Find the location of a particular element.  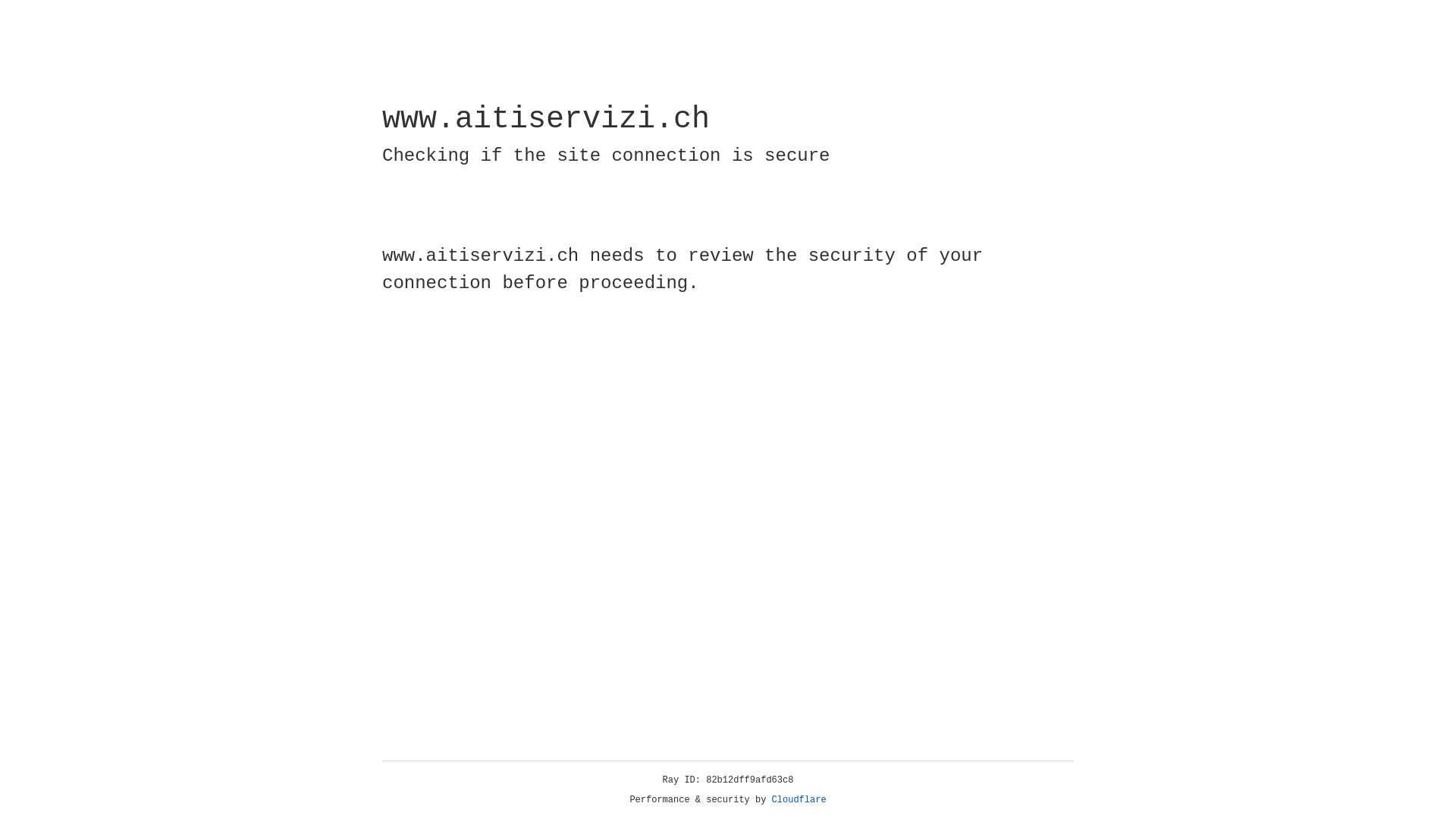

'Cloudflare' is located at coordinates (799, 799).